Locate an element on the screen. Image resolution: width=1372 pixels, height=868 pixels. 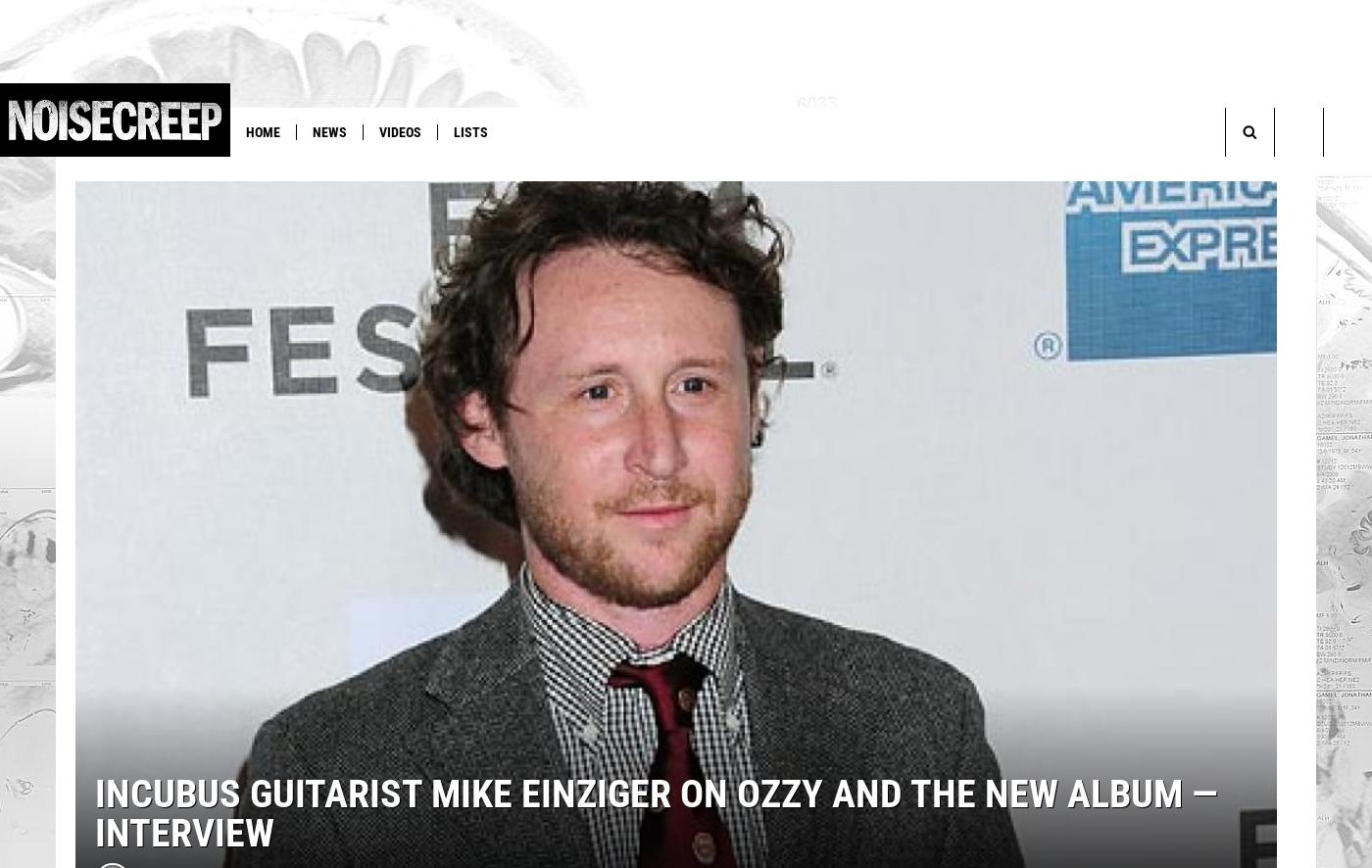
'Judas Priest' is located at coordinates (501, 170).